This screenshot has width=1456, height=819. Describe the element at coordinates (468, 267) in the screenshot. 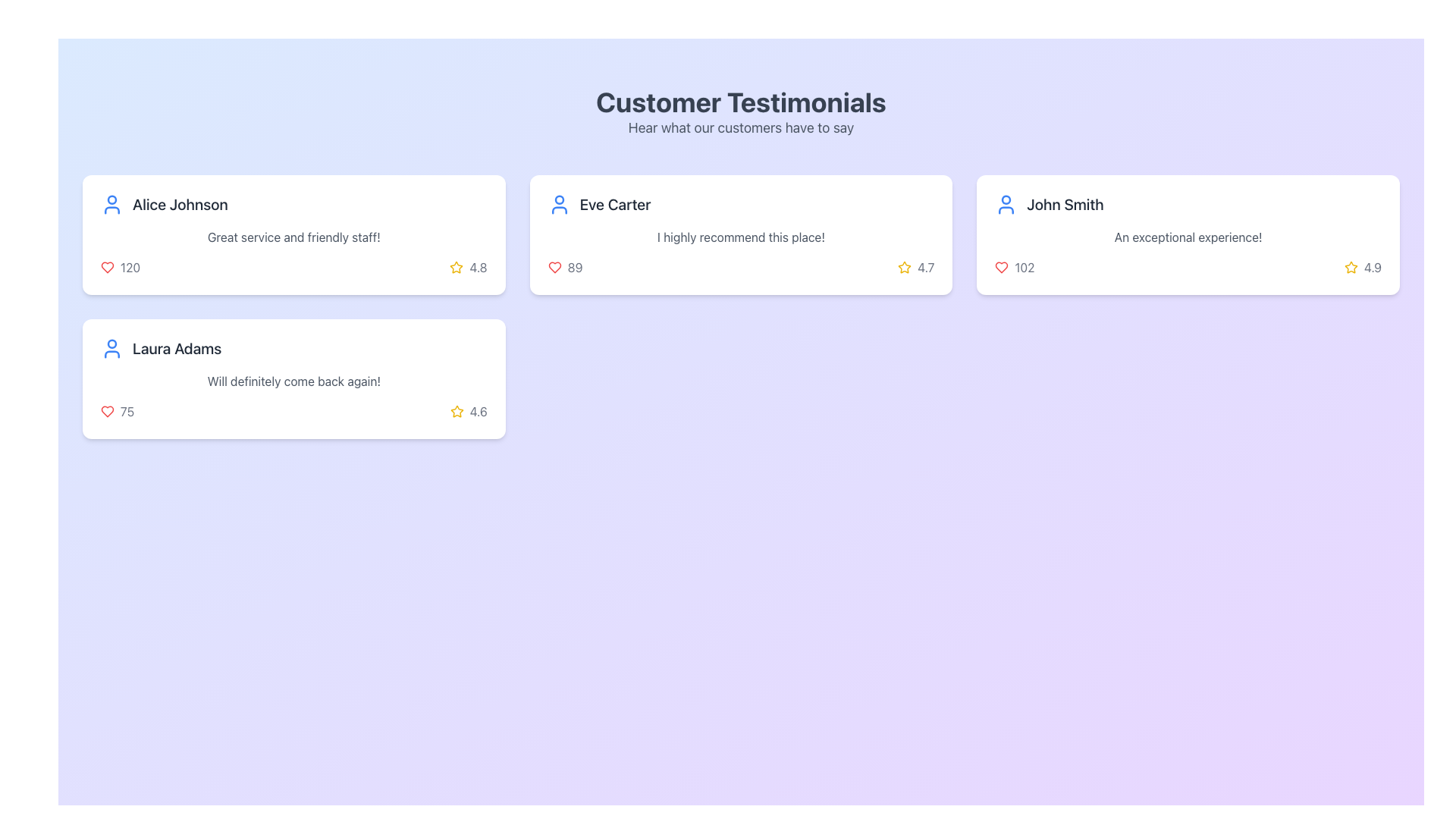

I see `the numeric representation of the rating indicator for 'Alice Johnson', which visually indicates a rating of 4.8 and is located in the rightmost segment of the card, adjacent to the right border` at that location.